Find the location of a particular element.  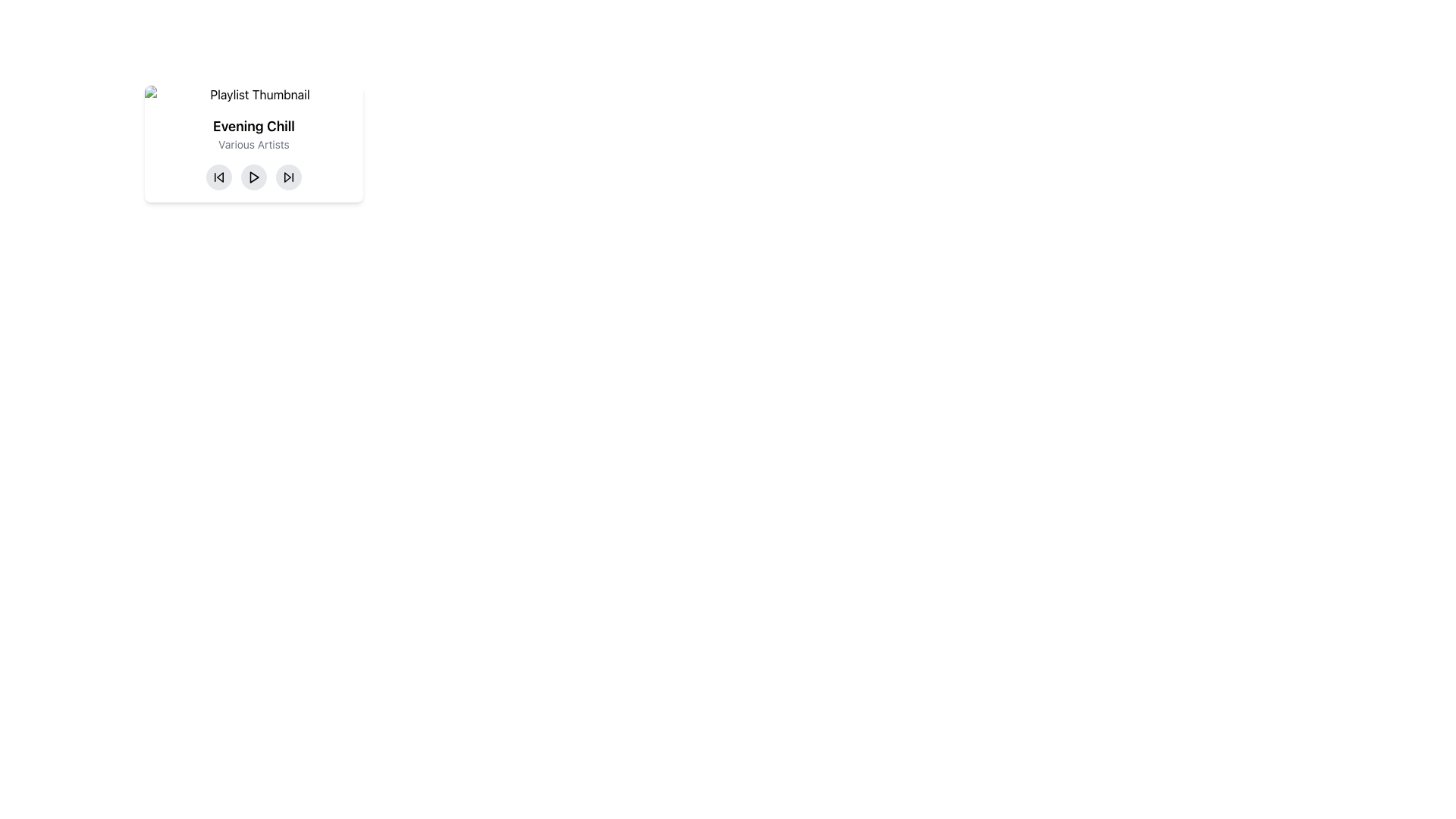

the circular button with a light gray background and a triangular play icon, located below the text 'Evening Chill' is located at coordinates (254, 177).